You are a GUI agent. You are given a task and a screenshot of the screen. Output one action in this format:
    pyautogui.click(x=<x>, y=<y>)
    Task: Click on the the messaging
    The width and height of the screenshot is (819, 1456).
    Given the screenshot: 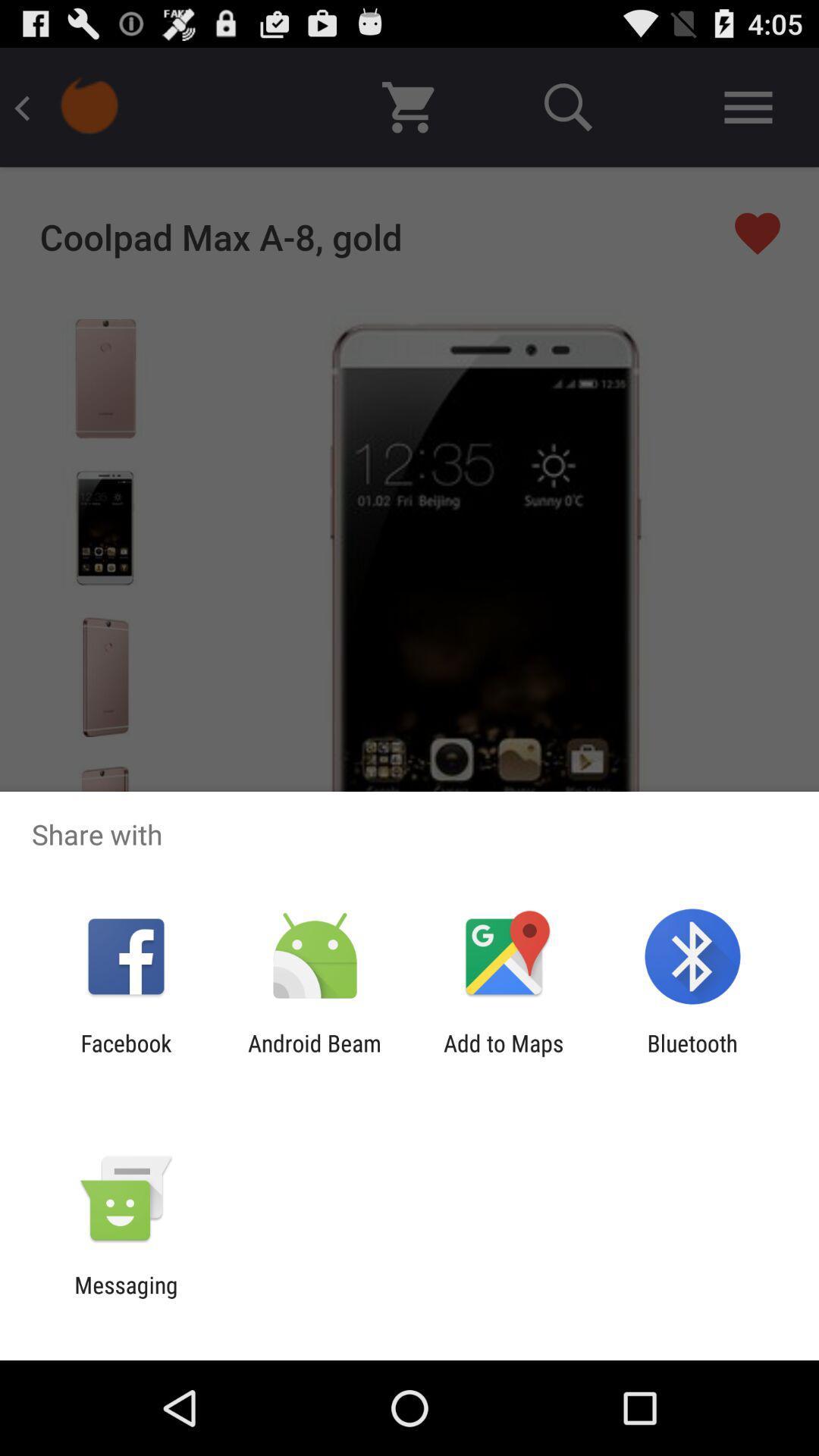 What is the action you would take?
    pyautogui.click(x=125, y=1298)
    